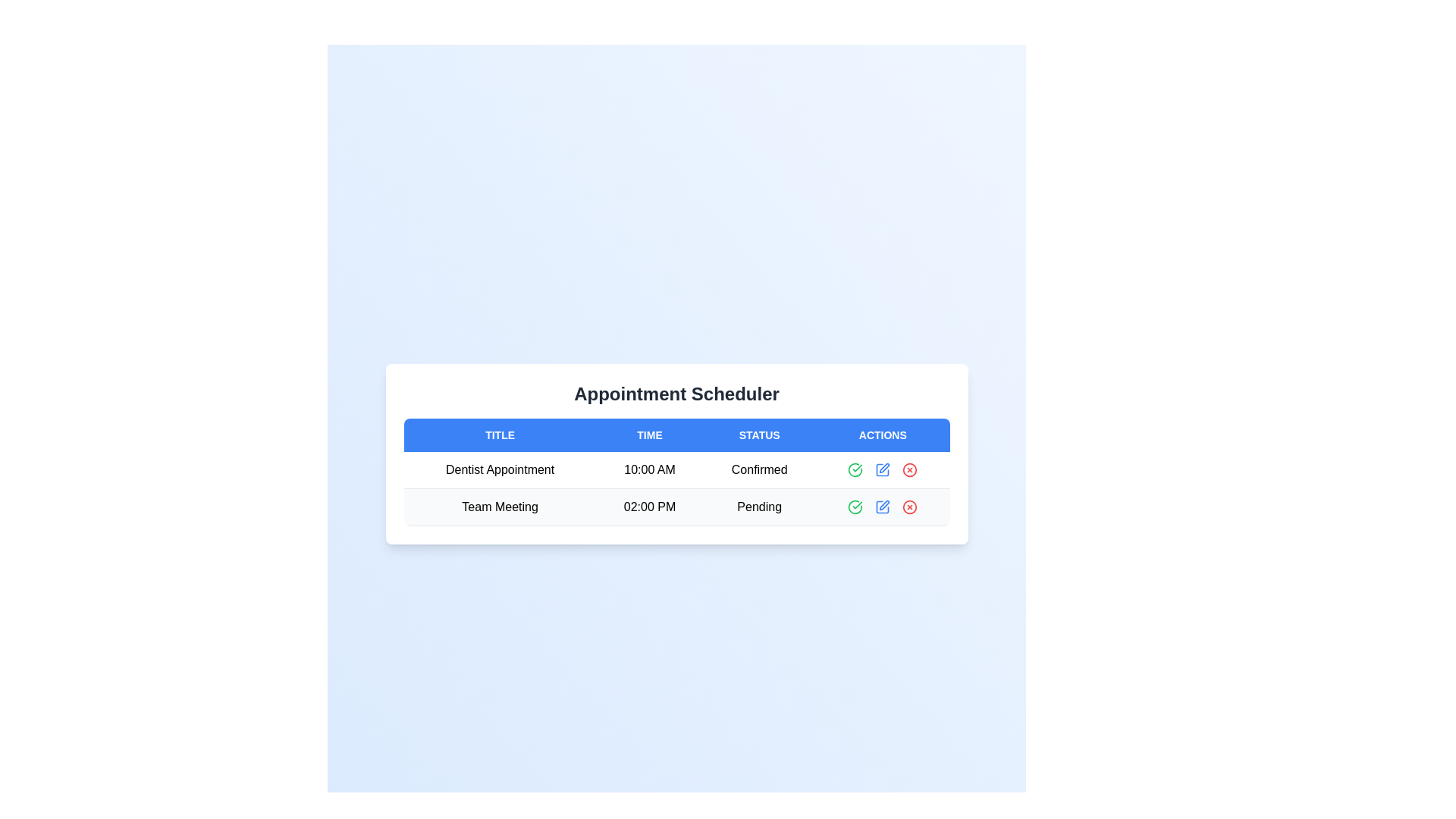 The width and height of the screenshot is (1456, 819). Describe the element at coordinates (500, 469) in the screenshot. I see `text of the appointment title label located in the first column of the first row of a table layout, positioned before the time and status elements` at that location.